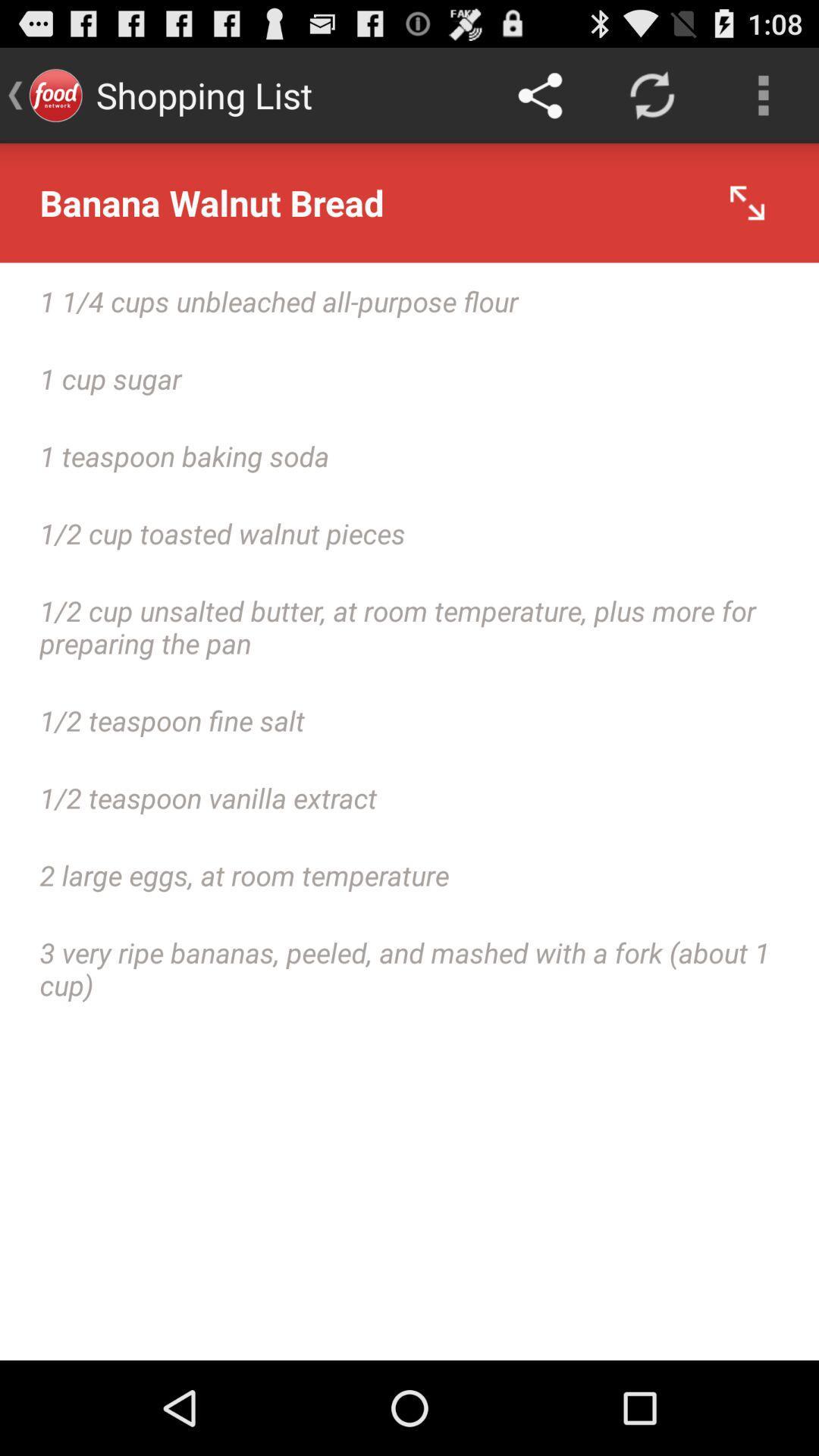 The image size is (819, 1456). Describe the element at coordinates (409, 202) in the screenshot. I see `icon above the 1 1 4 icon` at that location.